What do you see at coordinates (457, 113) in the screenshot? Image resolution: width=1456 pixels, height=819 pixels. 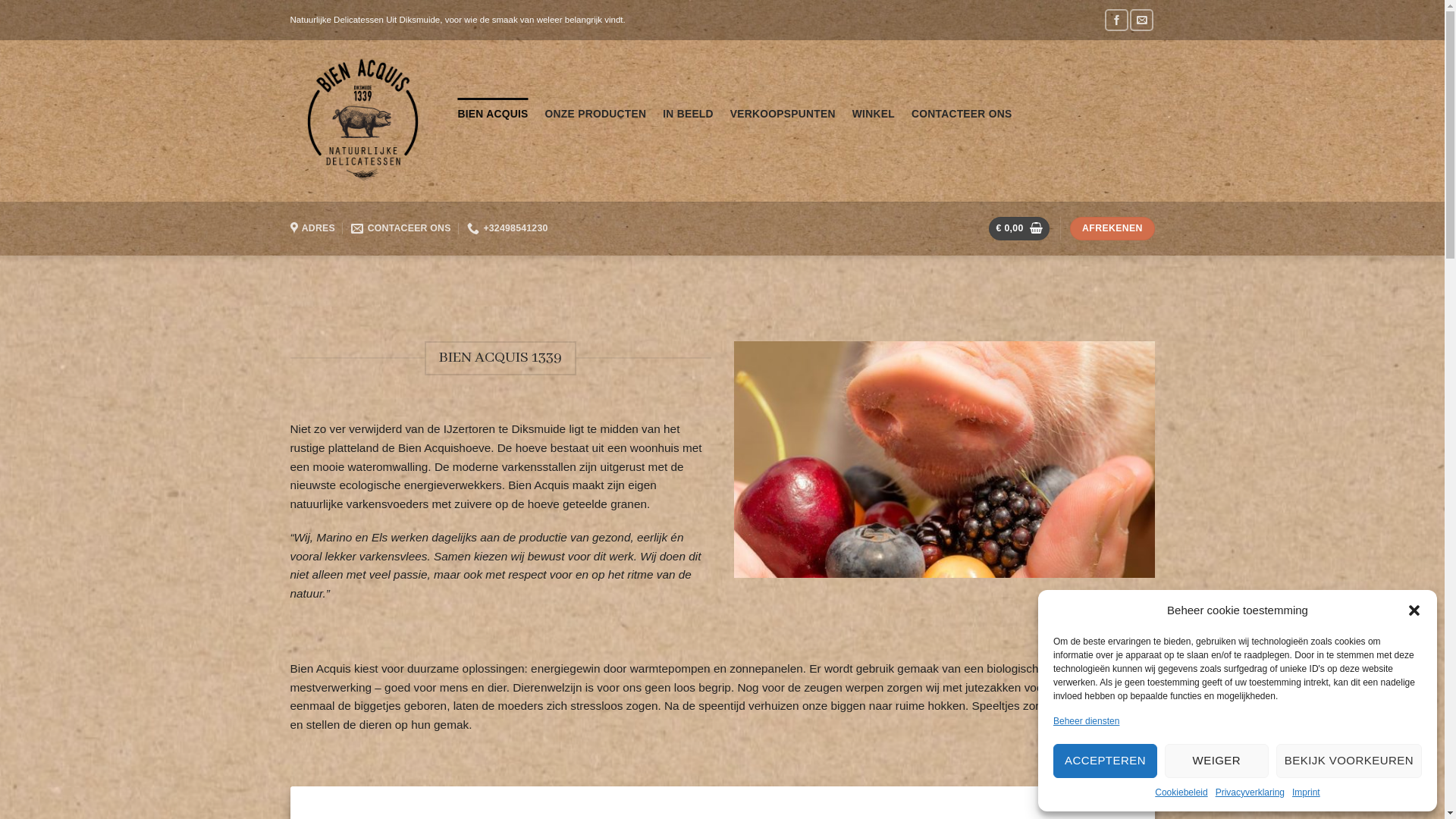 I see `'BIEN ACQUIS'` at bounding box center [457, 113].